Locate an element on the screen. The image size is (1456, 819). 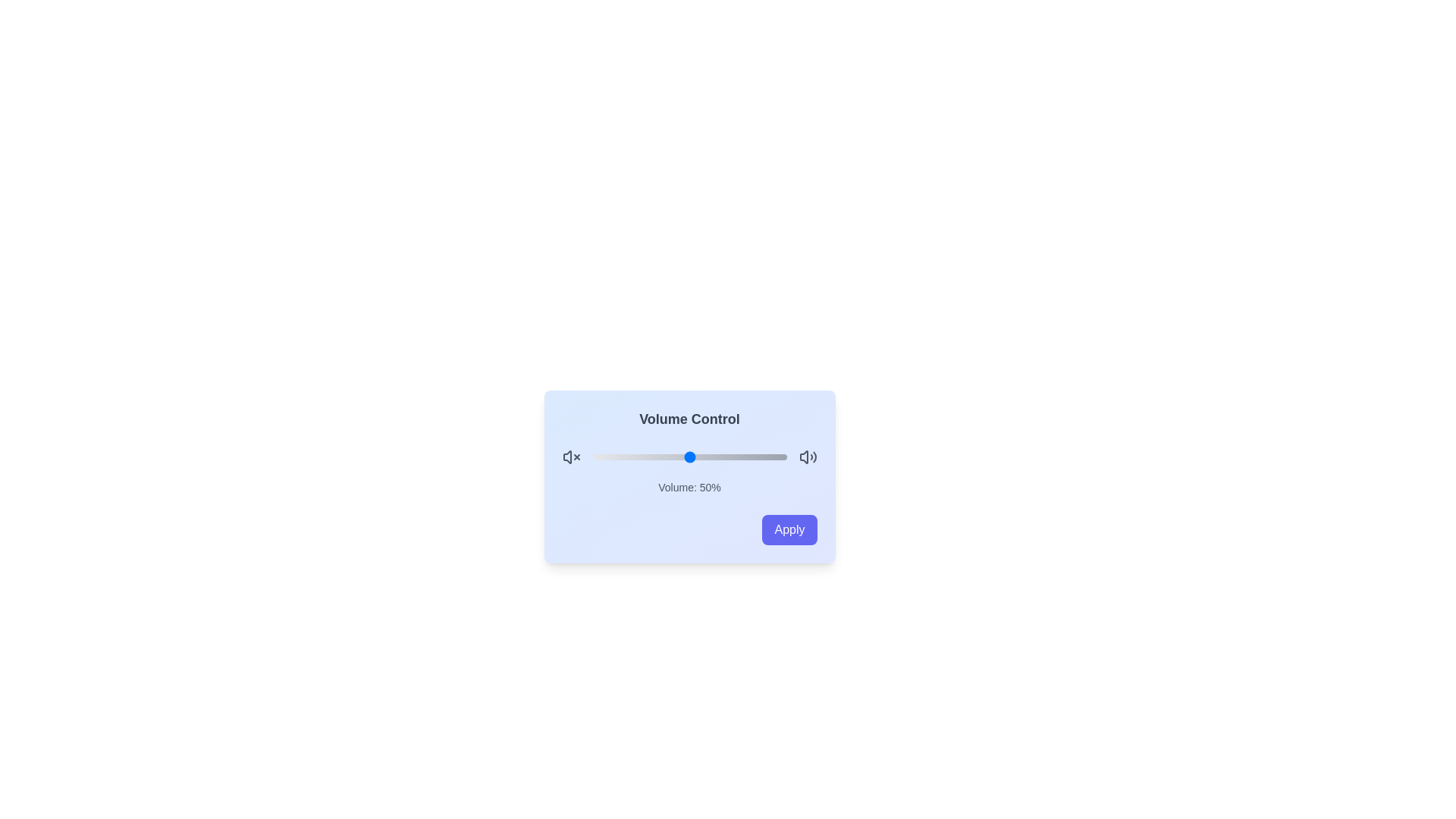
the mute icon on the left of the slider is located at coordinates (570, 456).